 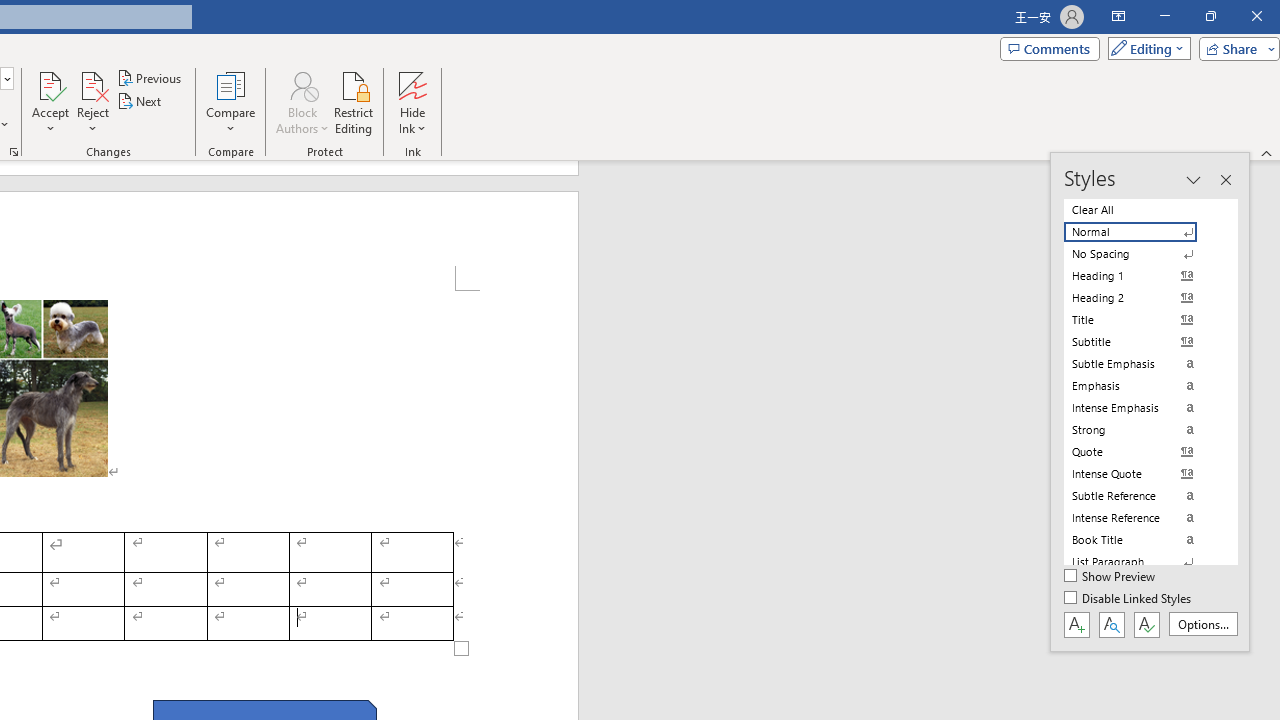 What do you see at coordinates (1144, 47) in the screenshot?
I see `'Editing'` at bounding box center [1144, 47].